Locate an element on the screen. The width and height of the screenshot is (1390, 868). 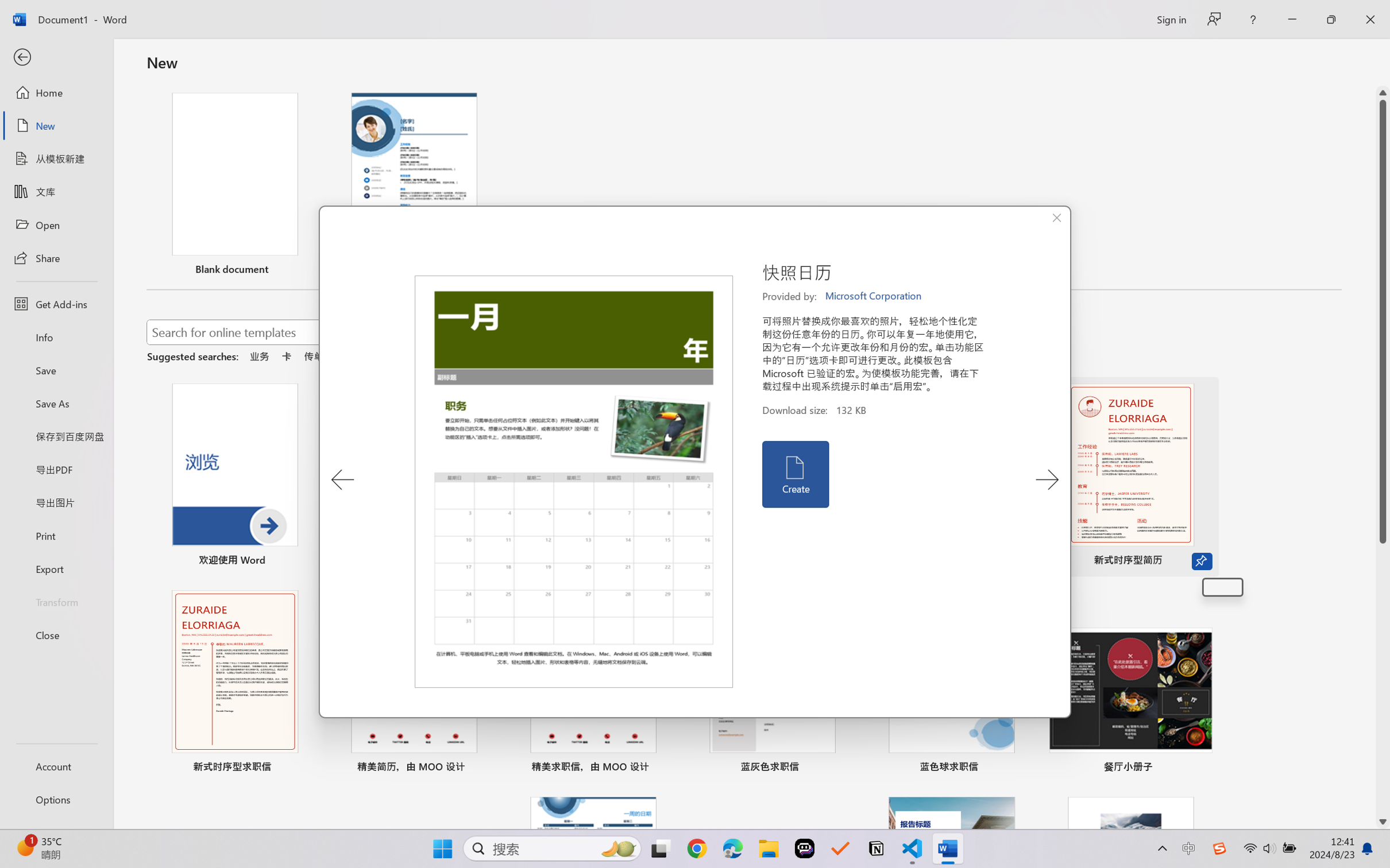
'Back' is located at coordinates (56, 57).